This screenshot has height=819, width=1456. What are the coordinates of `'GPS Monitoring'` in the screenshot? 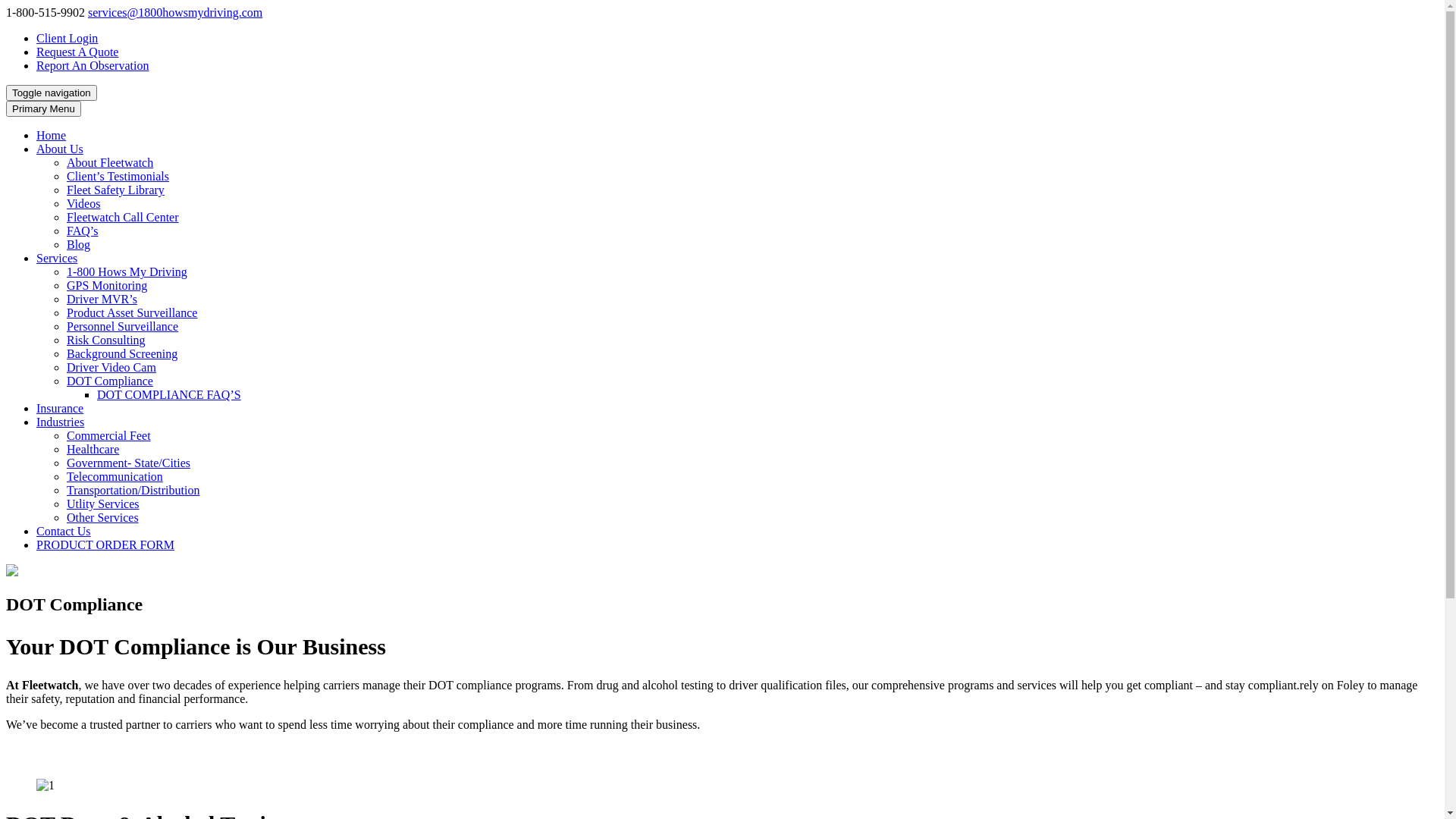 It's located at (105, 285).